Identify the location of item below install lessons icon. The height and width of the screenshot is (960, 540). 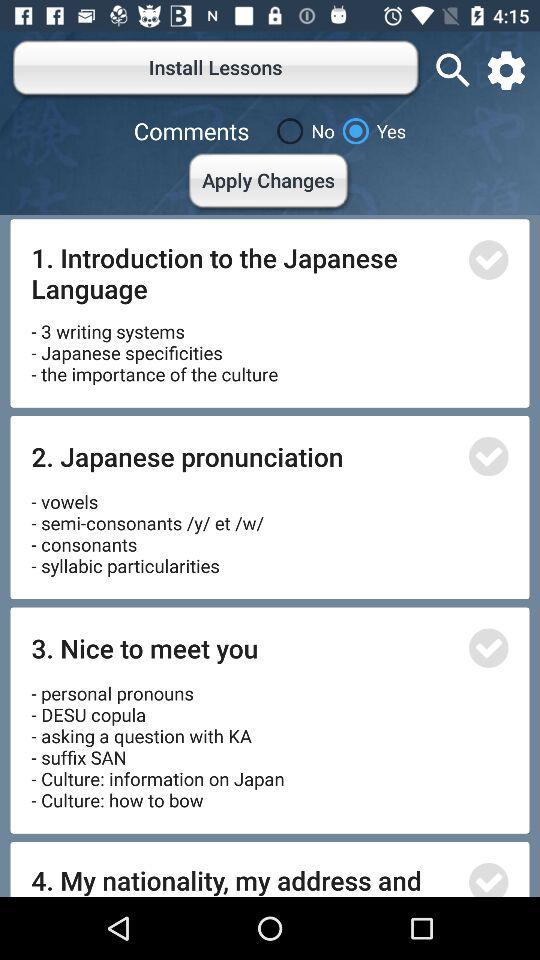
(301, 130).